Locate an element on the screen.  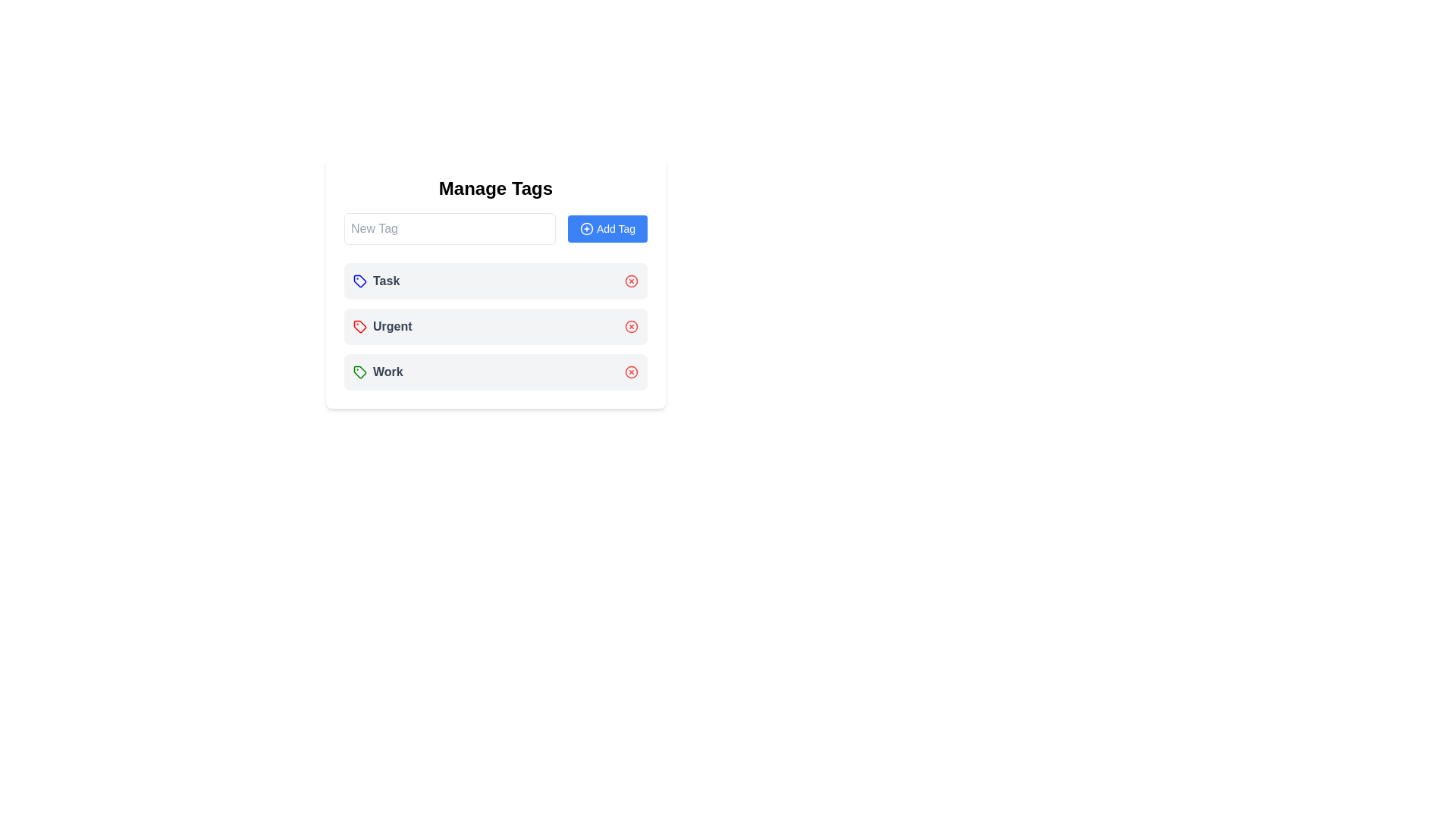
the first A tag card with a rounded-corner design, containing a blue tag icon and the text 'Task' is located at coordinates (495, 281).